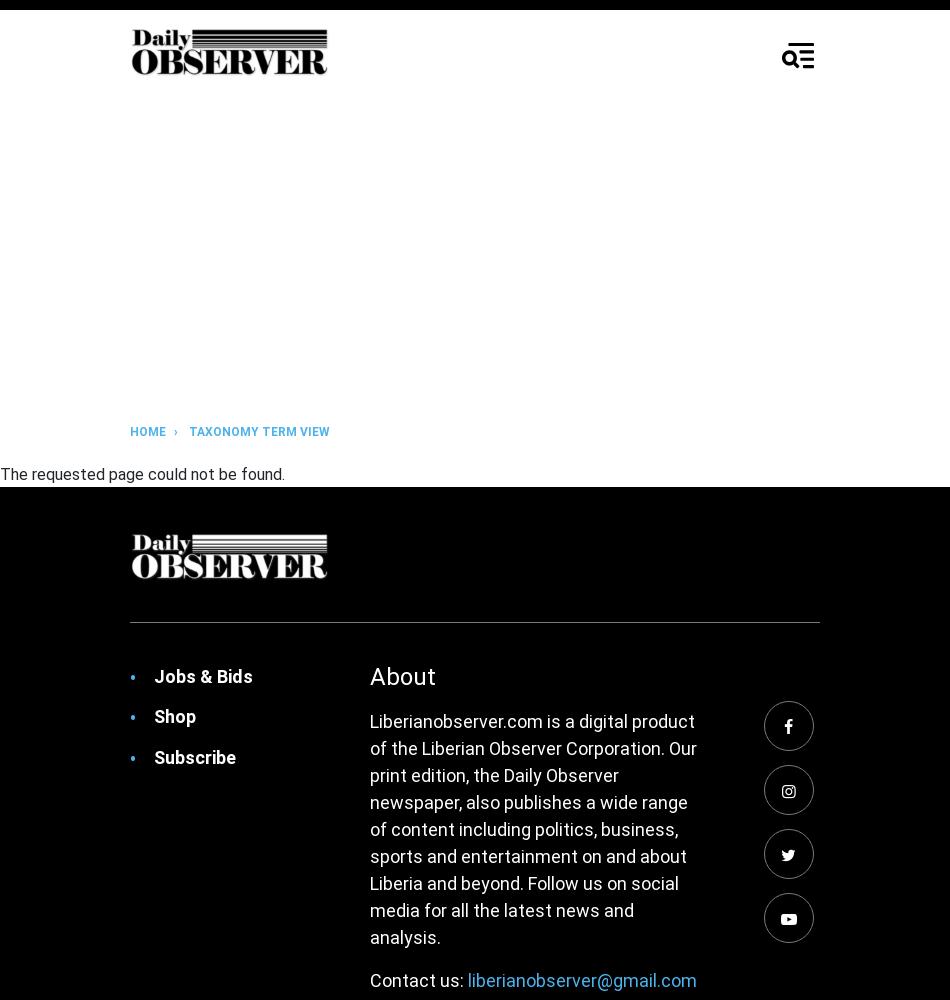  What do you see at coordinates (581, 979) in the screenshot?
I see `'liberianobserver@gmail.com'` at bounding box center [581, 979].